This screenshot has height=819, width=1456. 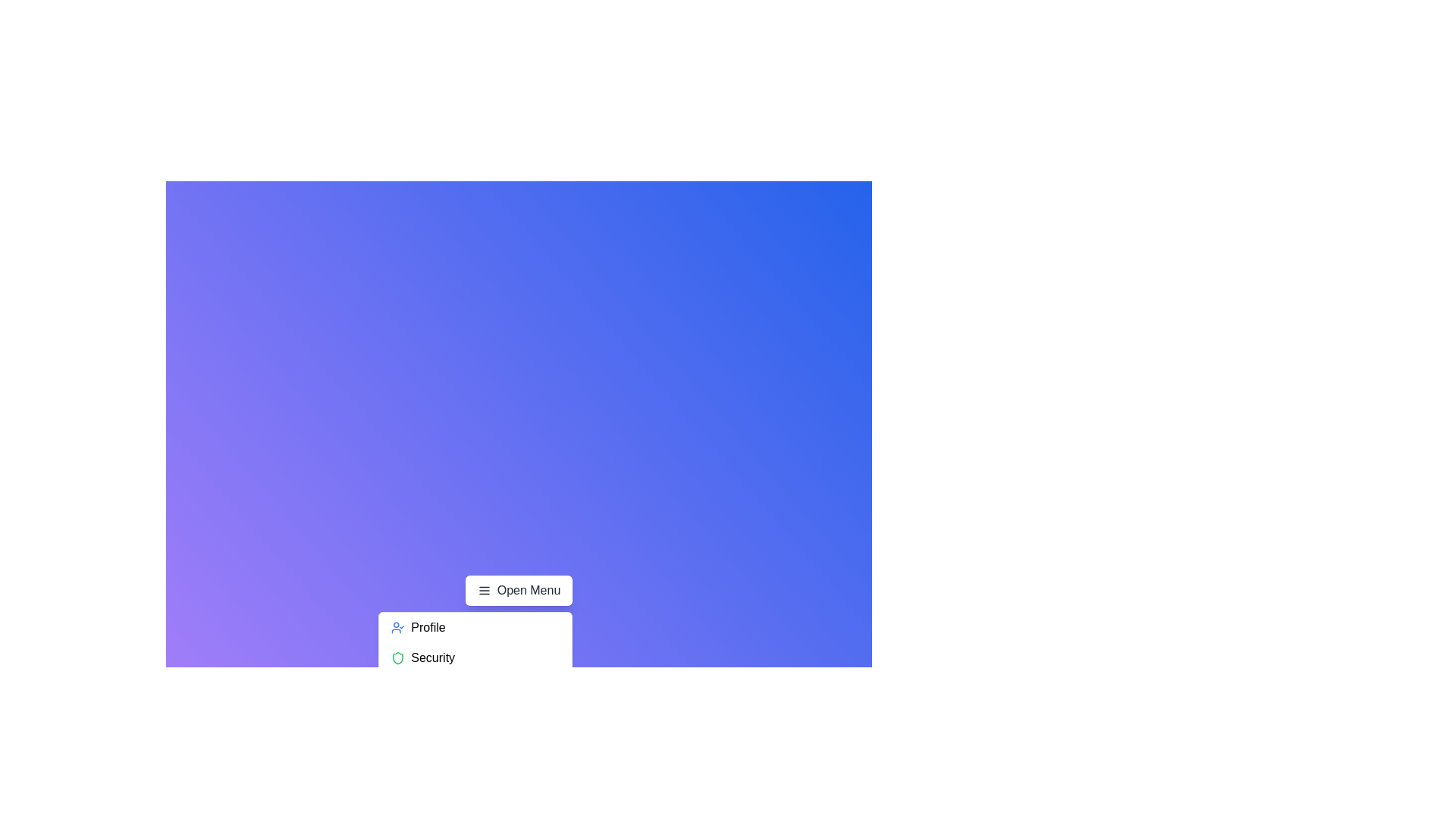 What do you see at coordinates (519, 590) in the screenshot?
I see `the 'Open Menu' button to toggle the menu visibility` at bounding box center [519, 590].